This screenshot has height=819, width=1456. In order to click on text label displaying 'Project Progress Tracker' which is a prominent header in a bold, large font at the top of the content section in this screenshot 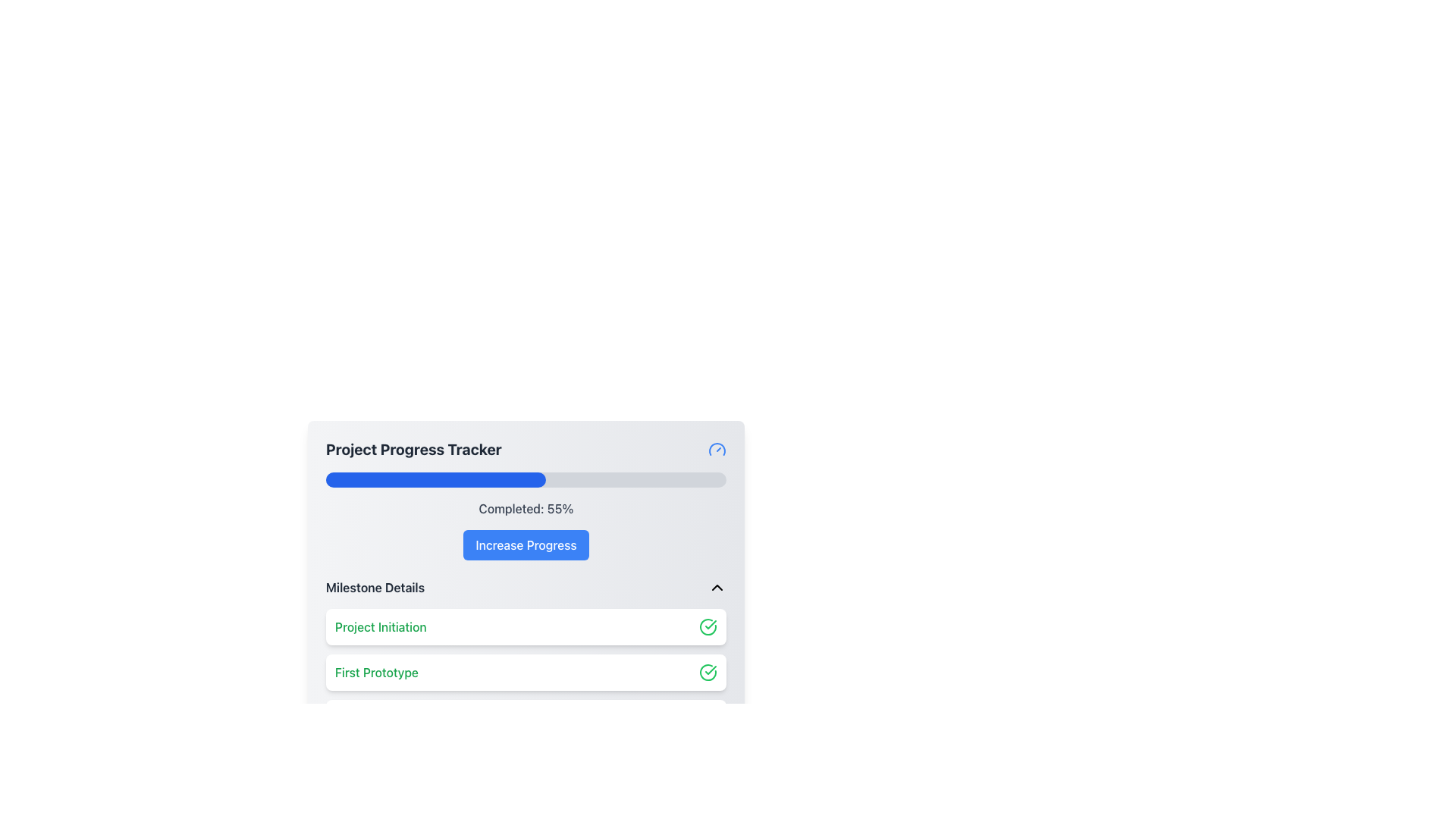, I will do `click(413, 449)`.